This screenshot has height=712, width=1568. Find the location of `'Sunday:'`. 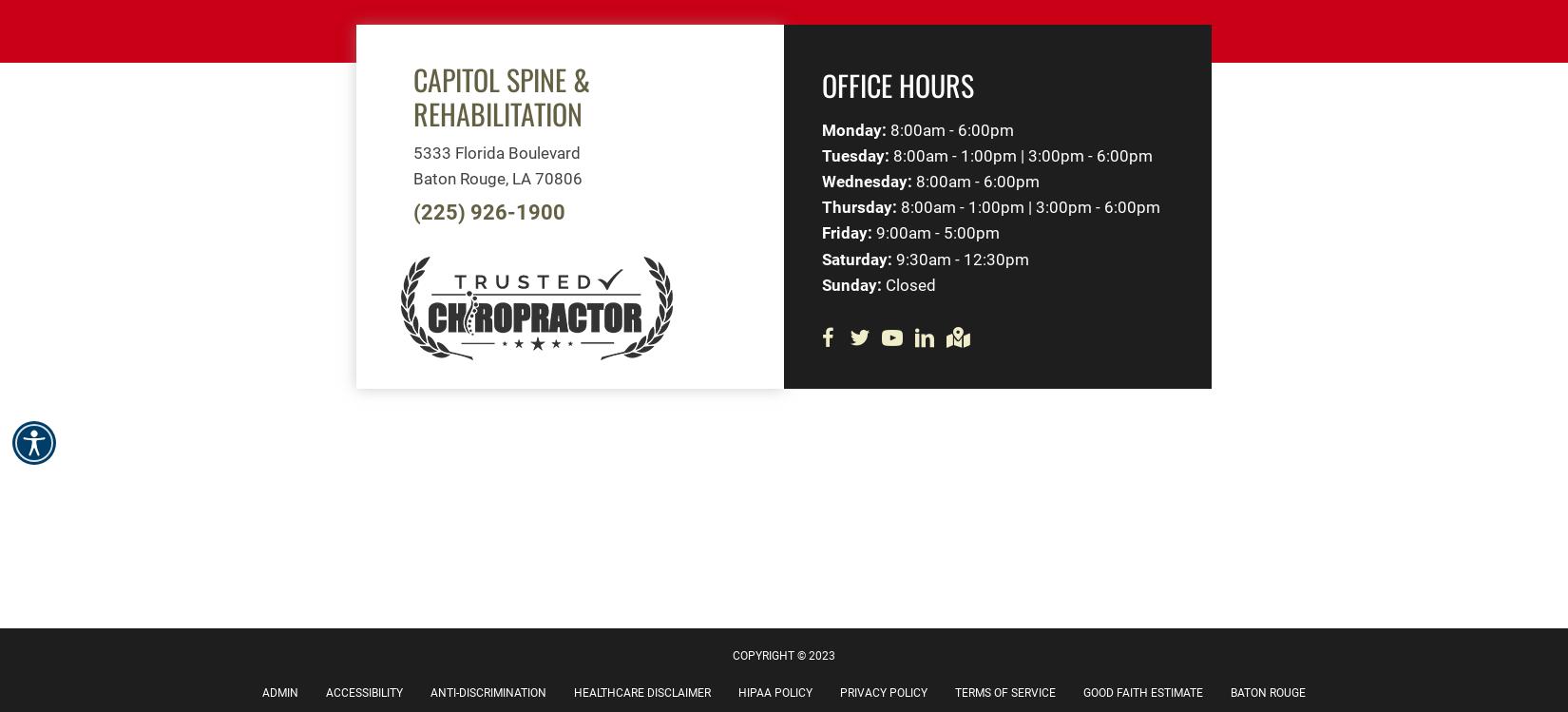

'Sunday:' is located at coordinates (851, 283).